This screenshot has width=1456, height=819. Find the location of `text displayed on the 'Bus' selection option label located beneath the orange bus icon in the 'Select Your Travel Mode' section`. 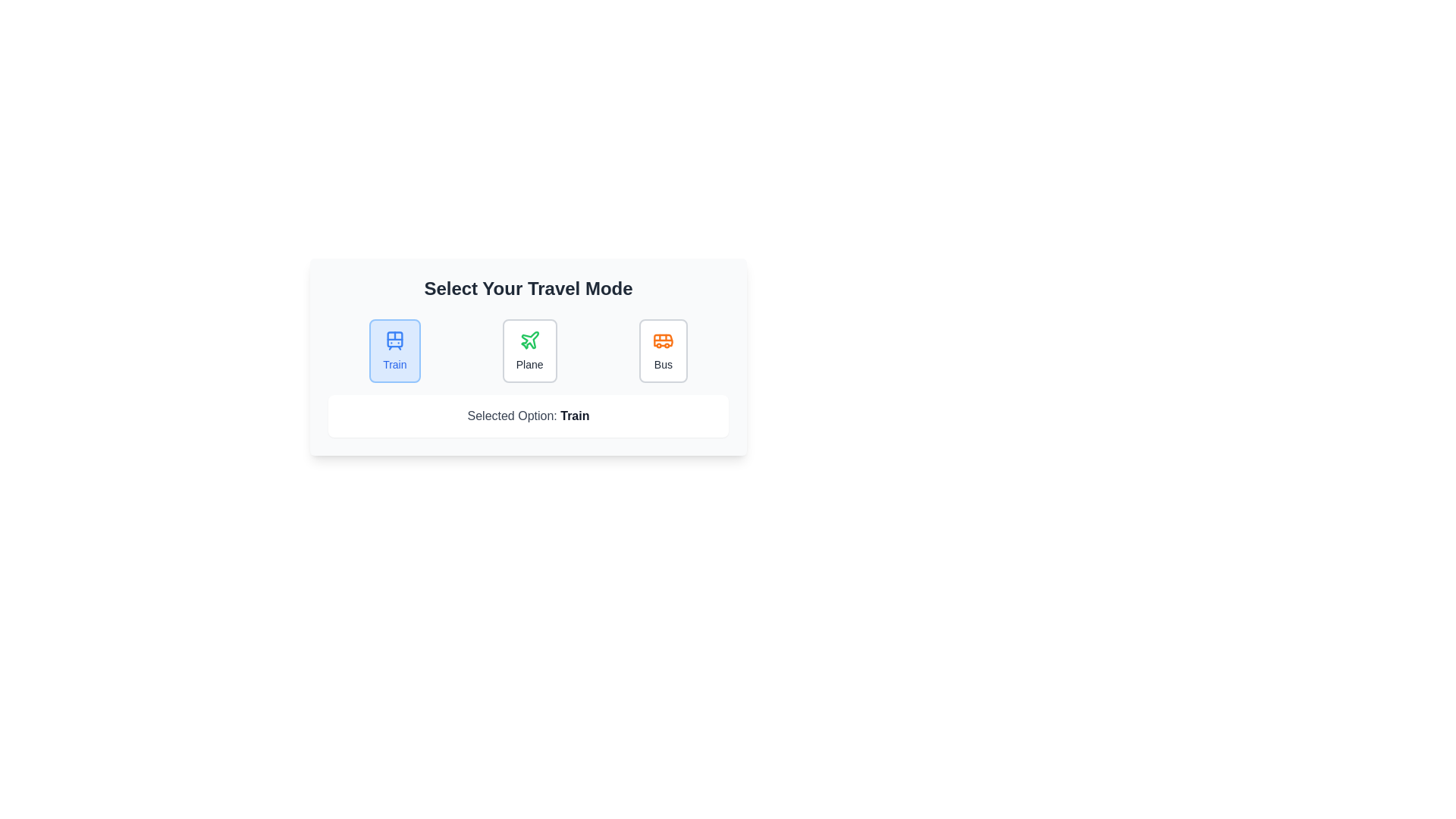

text displayed on the 'Bus' selection option label located beneath the orange bus icon in the 'Select Your Travel Mode' section is located at coordinates (663, 365).